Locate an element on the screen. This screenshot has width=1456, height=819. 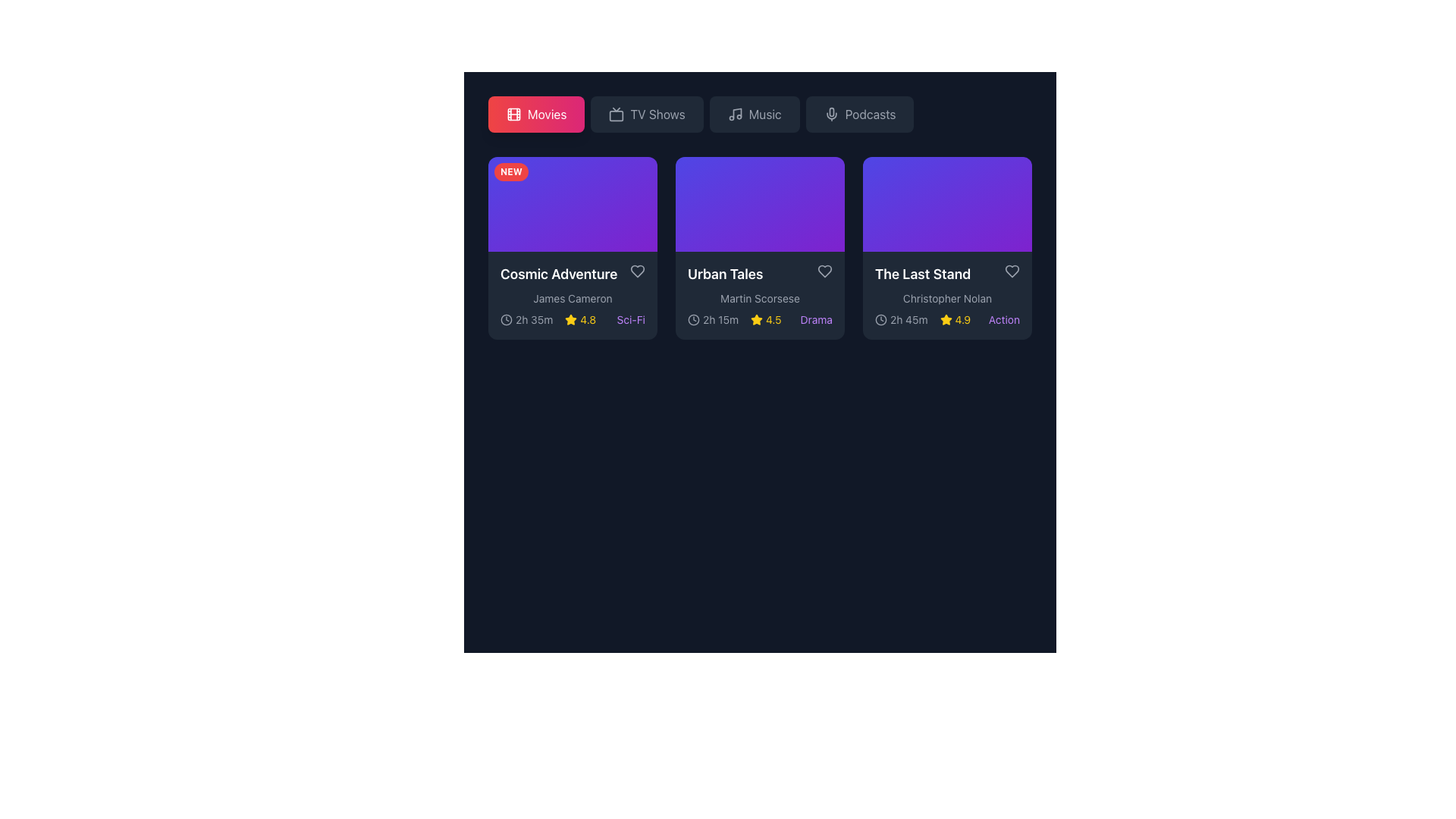
static text displaying the media duration of '2 hours and 45 minutes', which is located below the title 'The Last Stand' and the name 'Christopher Nolan' in the card design is located at coordinates (901, 319).